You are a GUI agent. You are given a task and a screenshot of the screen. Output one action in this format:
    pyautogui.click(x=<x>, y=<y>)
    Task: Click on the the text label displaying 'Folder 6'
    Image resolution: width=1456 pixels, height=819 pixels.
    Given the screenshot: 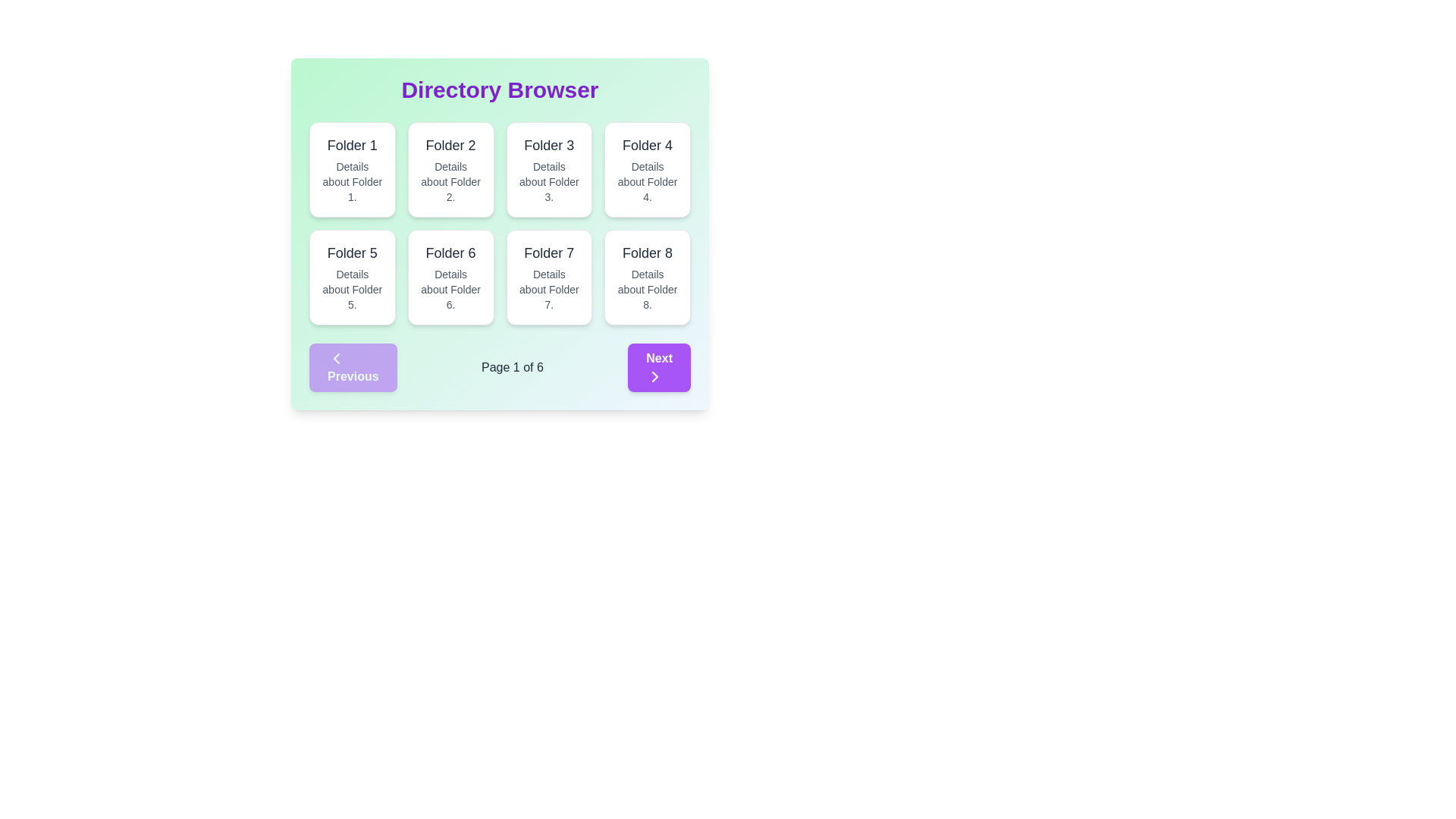 What is the action you would take?
    pyautogui.click(x=450, y=253)
    